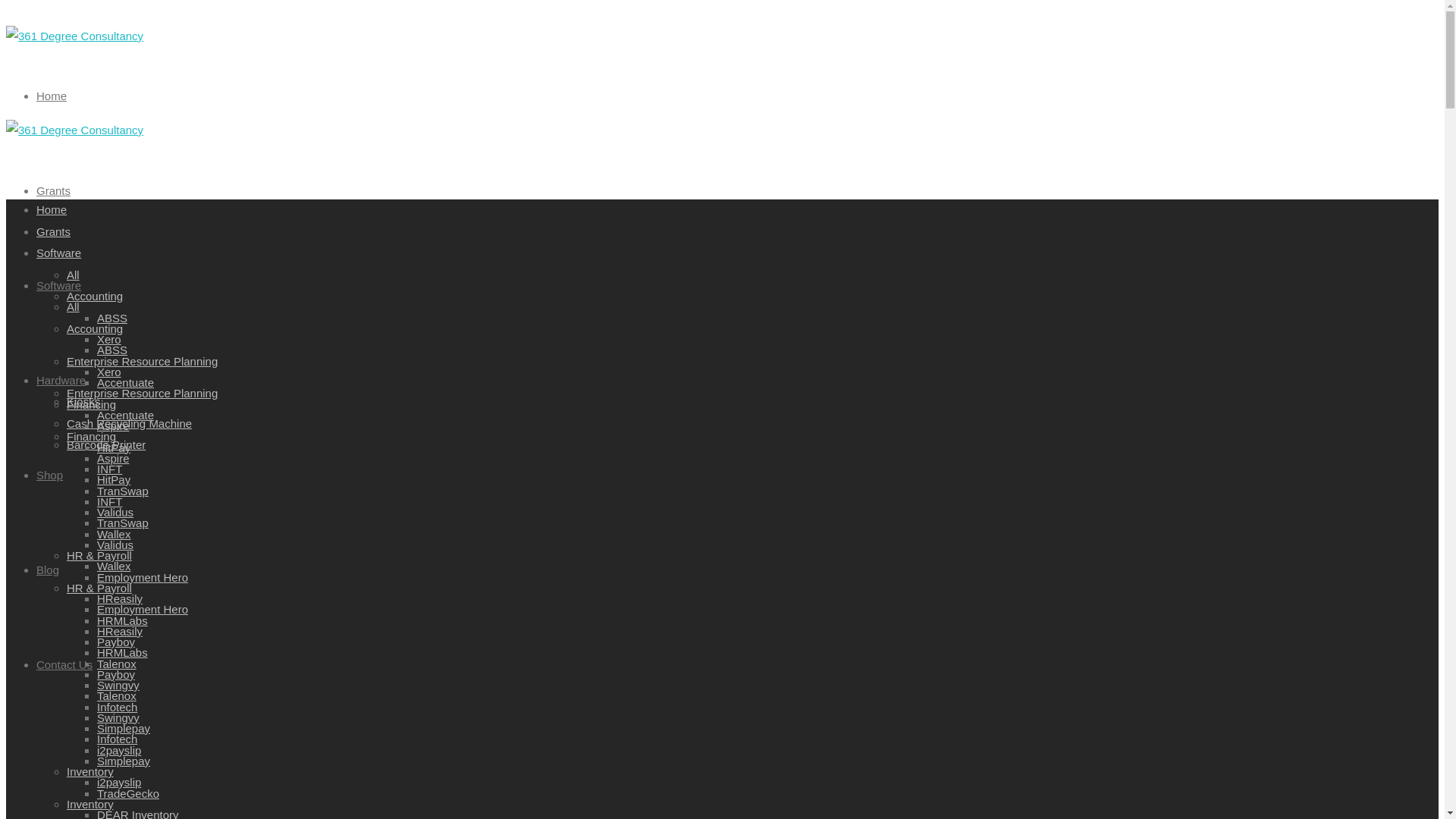  Describe the element at coordinates (123, 522) in the screenshot. I see `'TranSwap'` at that location.